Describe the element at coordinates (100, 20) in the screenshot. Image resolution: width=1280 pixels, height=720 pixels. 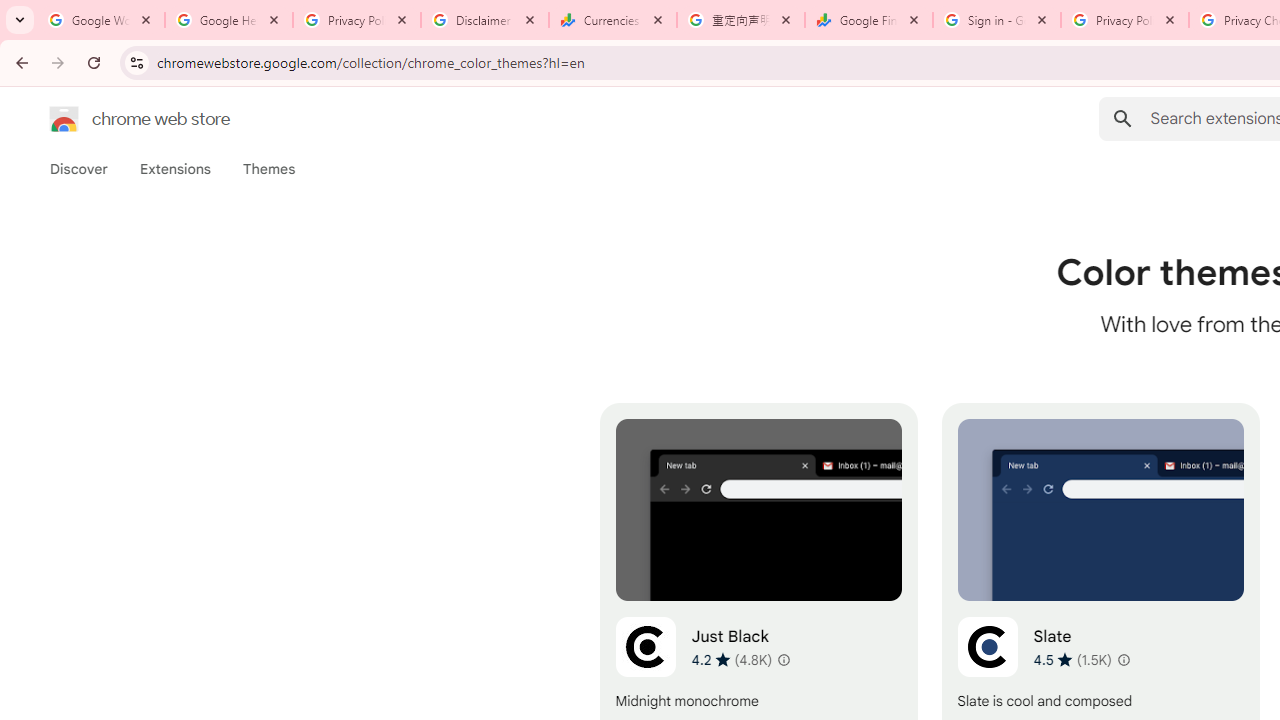
I see `'Google Workspace Admin Community'` at that location.